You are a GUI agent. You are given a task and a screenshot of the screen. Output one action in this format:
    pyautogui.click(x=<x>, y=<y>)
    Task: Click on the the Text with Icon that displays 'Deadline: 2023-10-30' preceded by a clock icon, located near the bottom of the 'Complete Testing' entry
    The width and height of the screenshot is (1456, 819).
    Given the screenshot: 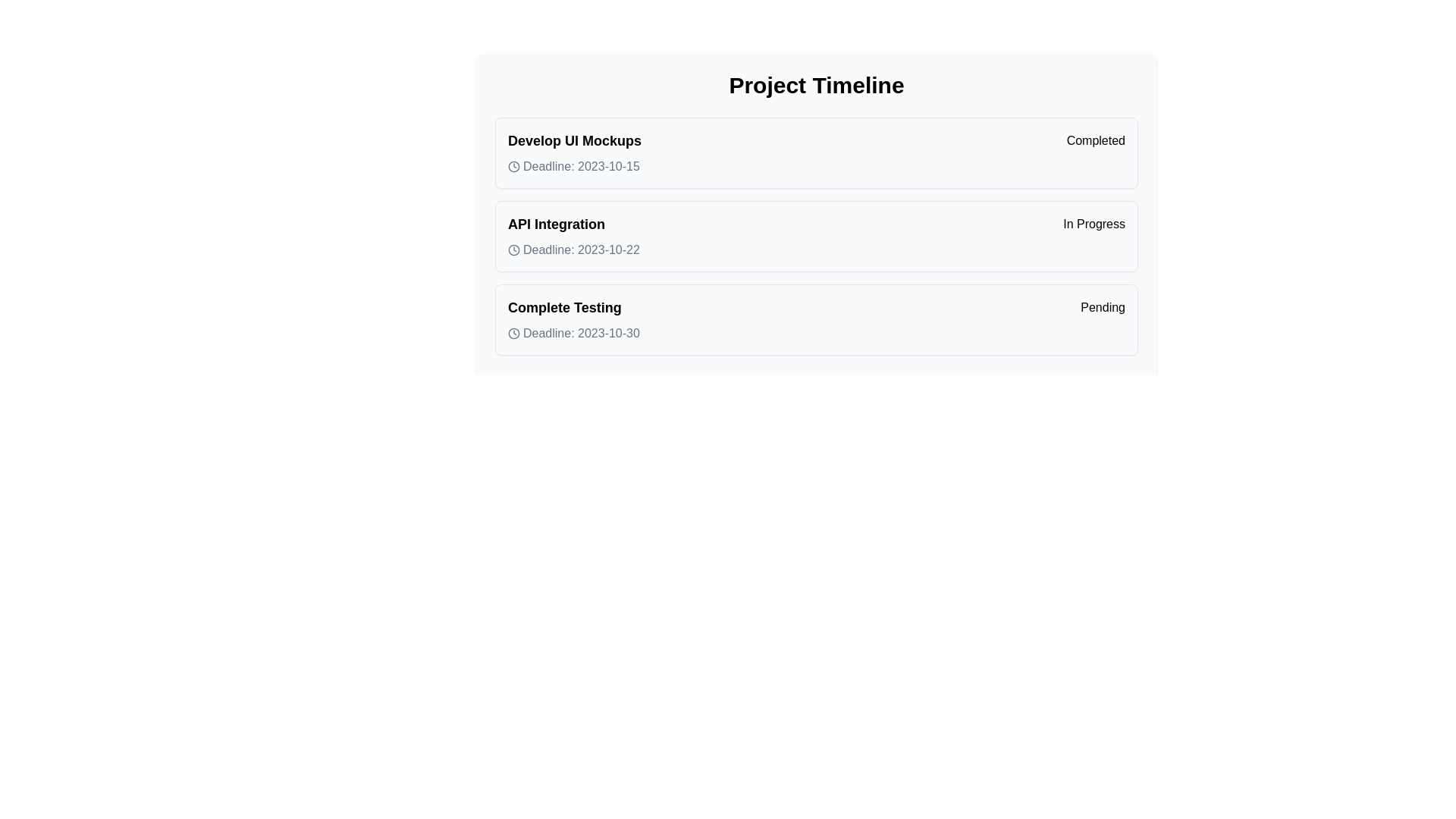 What is the action you would take?
    pyautogui.click(x=573, y=332)
    